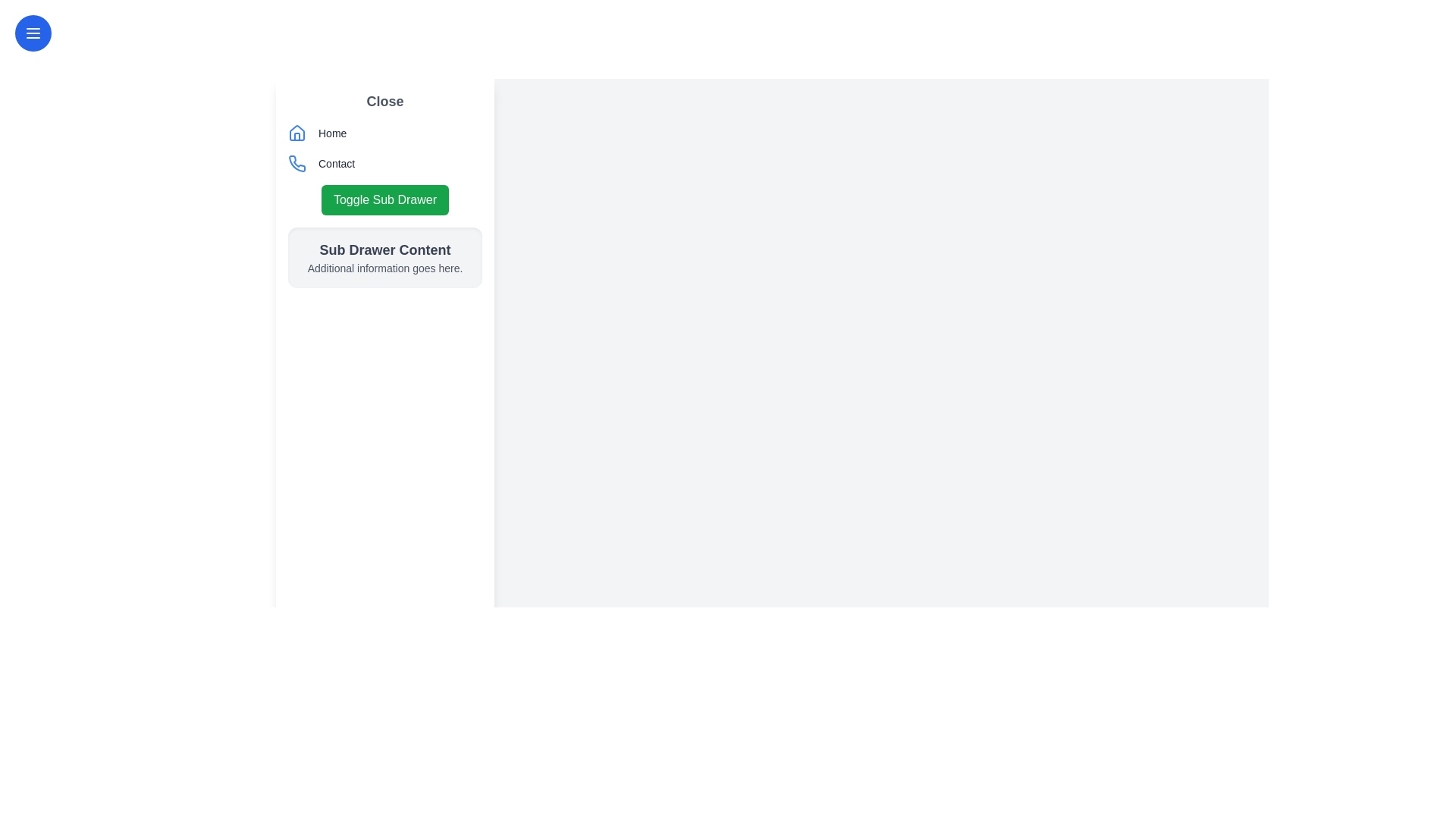 The image size is (1456, 819). Describe the element at coordinates (297, 133) in the screenshot. I see `the 'Home' navigation icon located at the top-left of the vertical menu` at that location.